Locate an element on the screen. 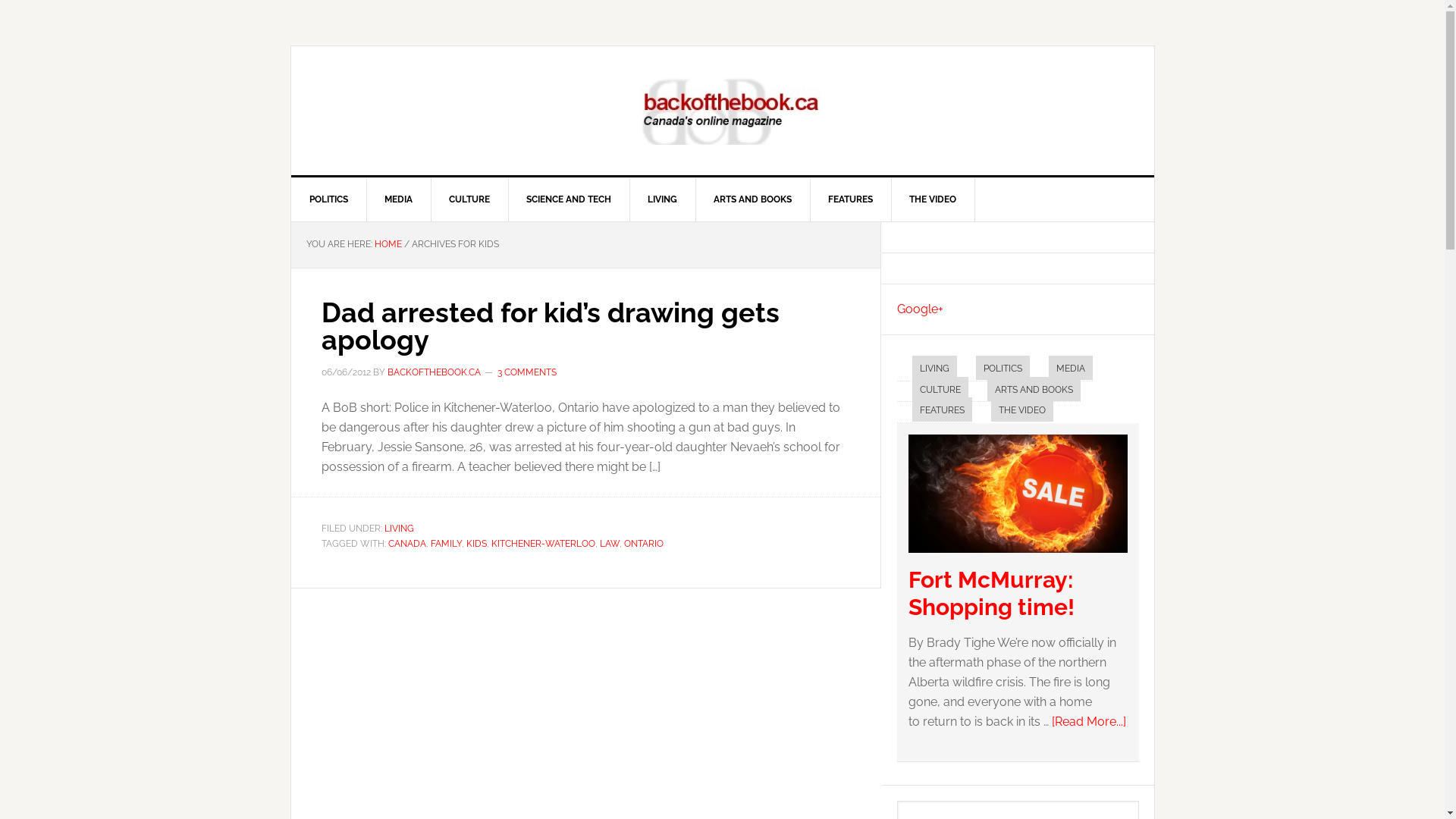 This screenshot has height=819, width=1456. 'BACKOFTHEBOOK.CA' is located at coordinates (432, 372).